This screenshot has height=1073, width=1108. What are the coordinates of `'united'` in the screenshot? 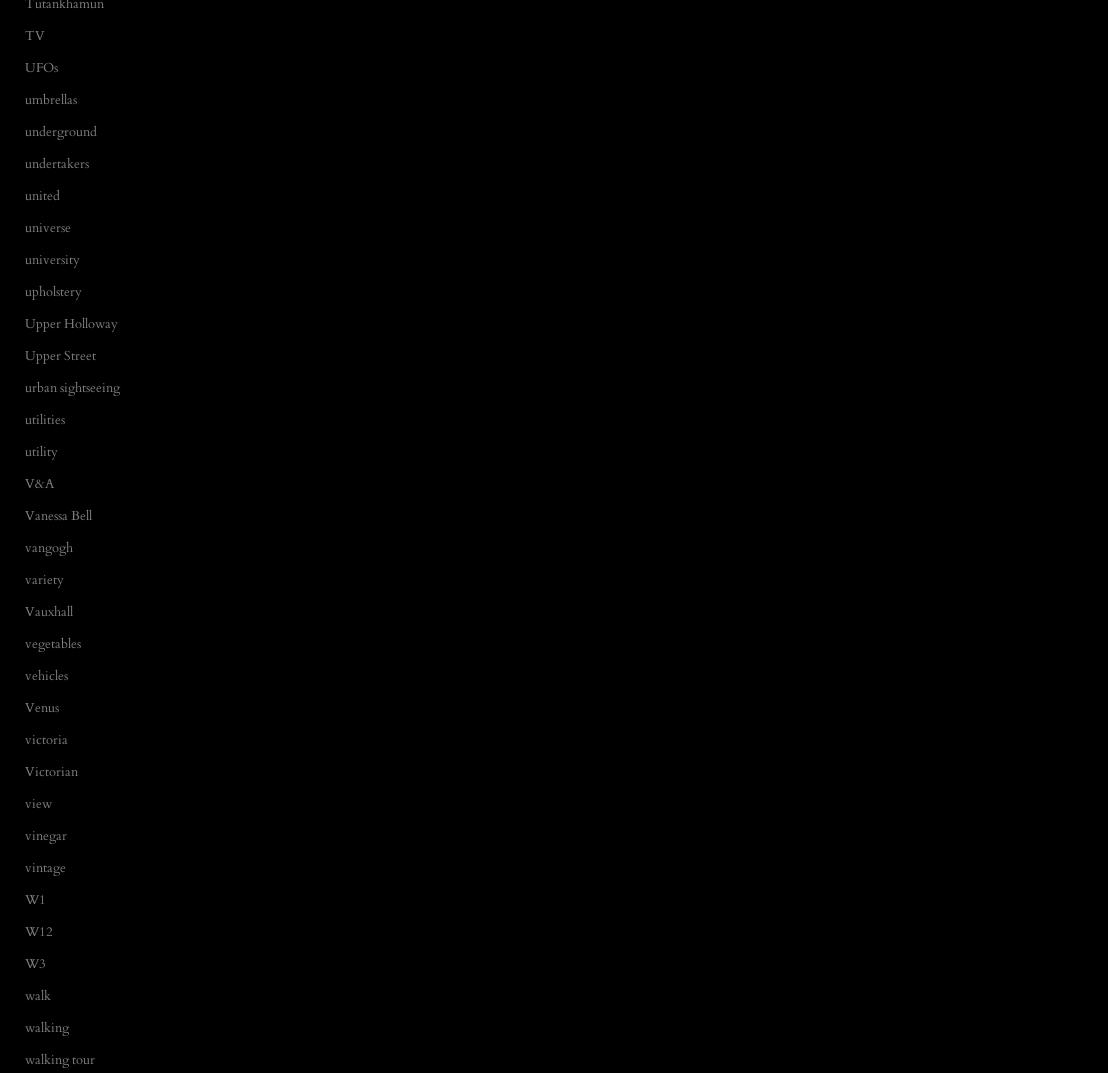 It's located at (25, 194).